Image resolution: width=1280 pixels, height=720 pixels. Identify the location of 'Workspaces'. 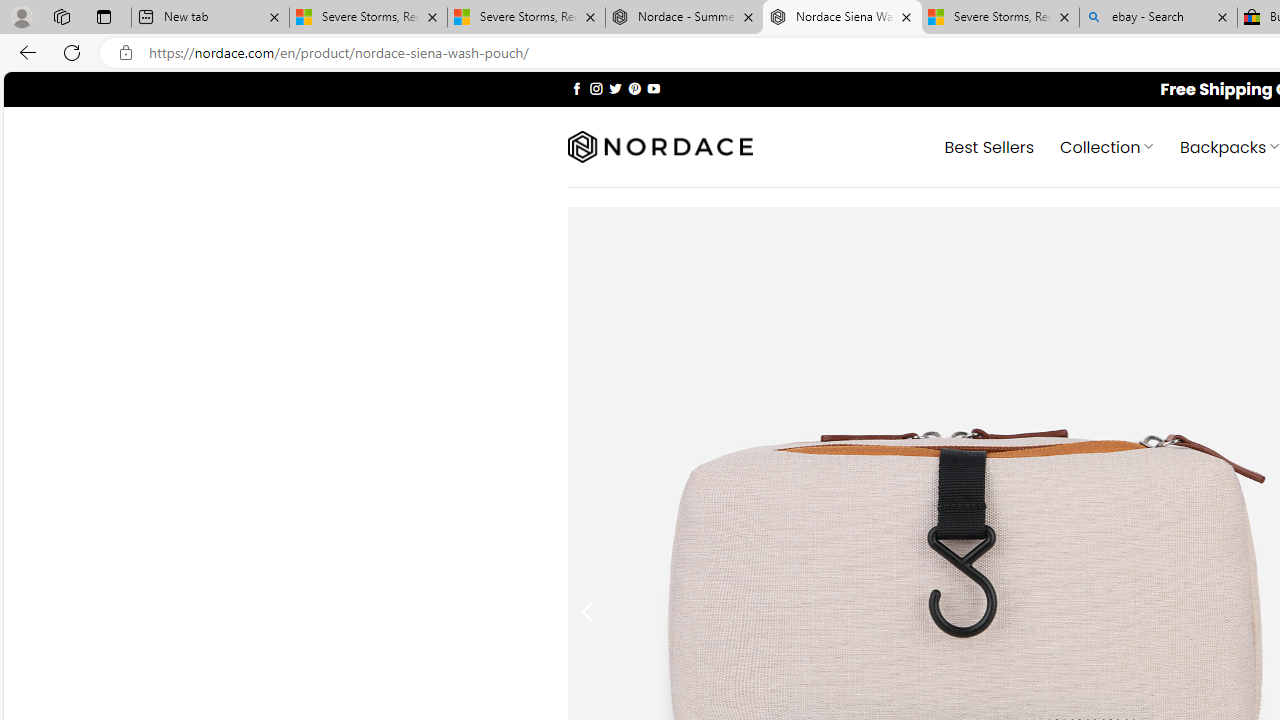
(61, 16).